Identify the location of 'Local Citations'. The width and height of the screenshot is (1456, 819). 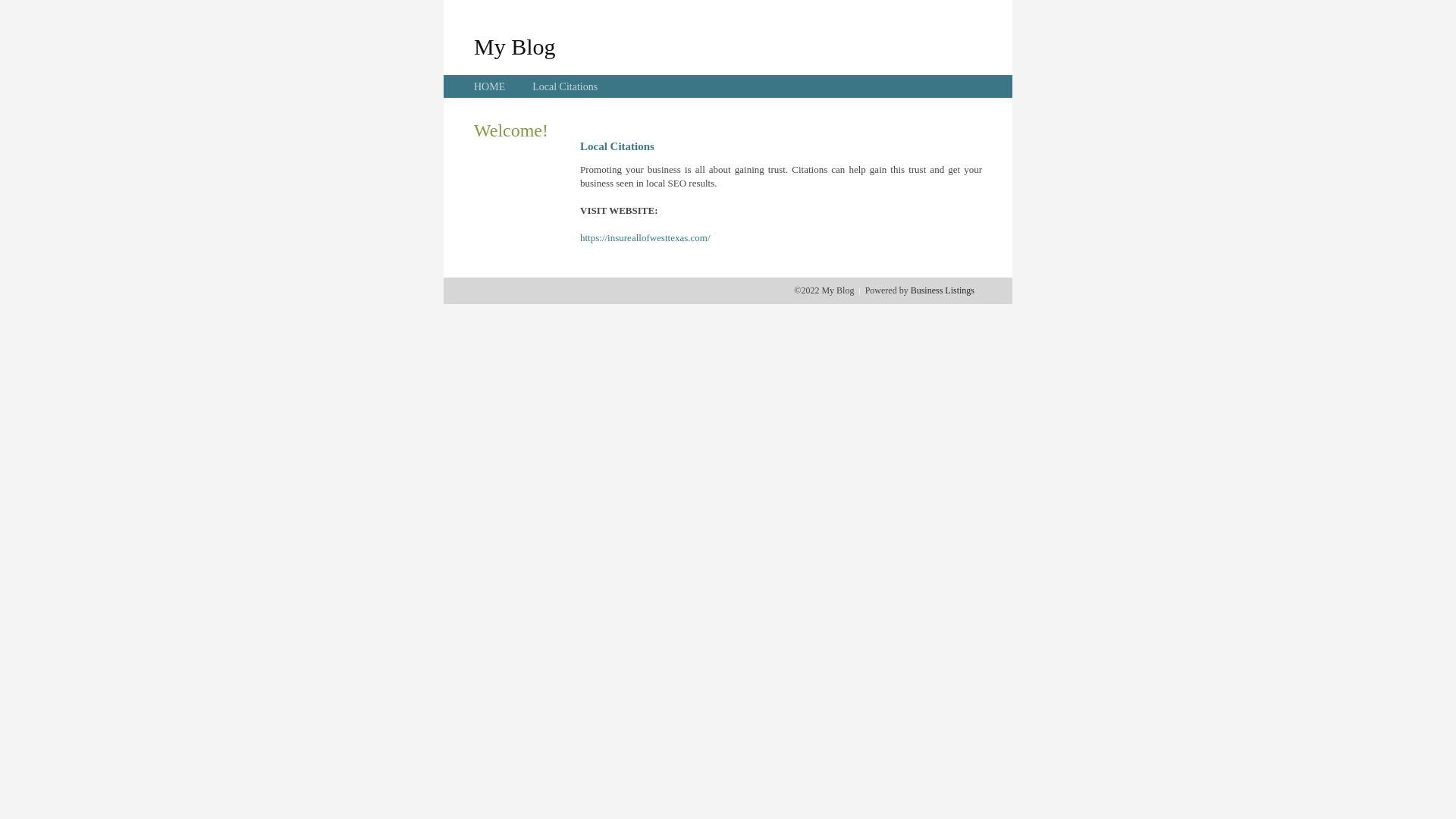
(532, 86).